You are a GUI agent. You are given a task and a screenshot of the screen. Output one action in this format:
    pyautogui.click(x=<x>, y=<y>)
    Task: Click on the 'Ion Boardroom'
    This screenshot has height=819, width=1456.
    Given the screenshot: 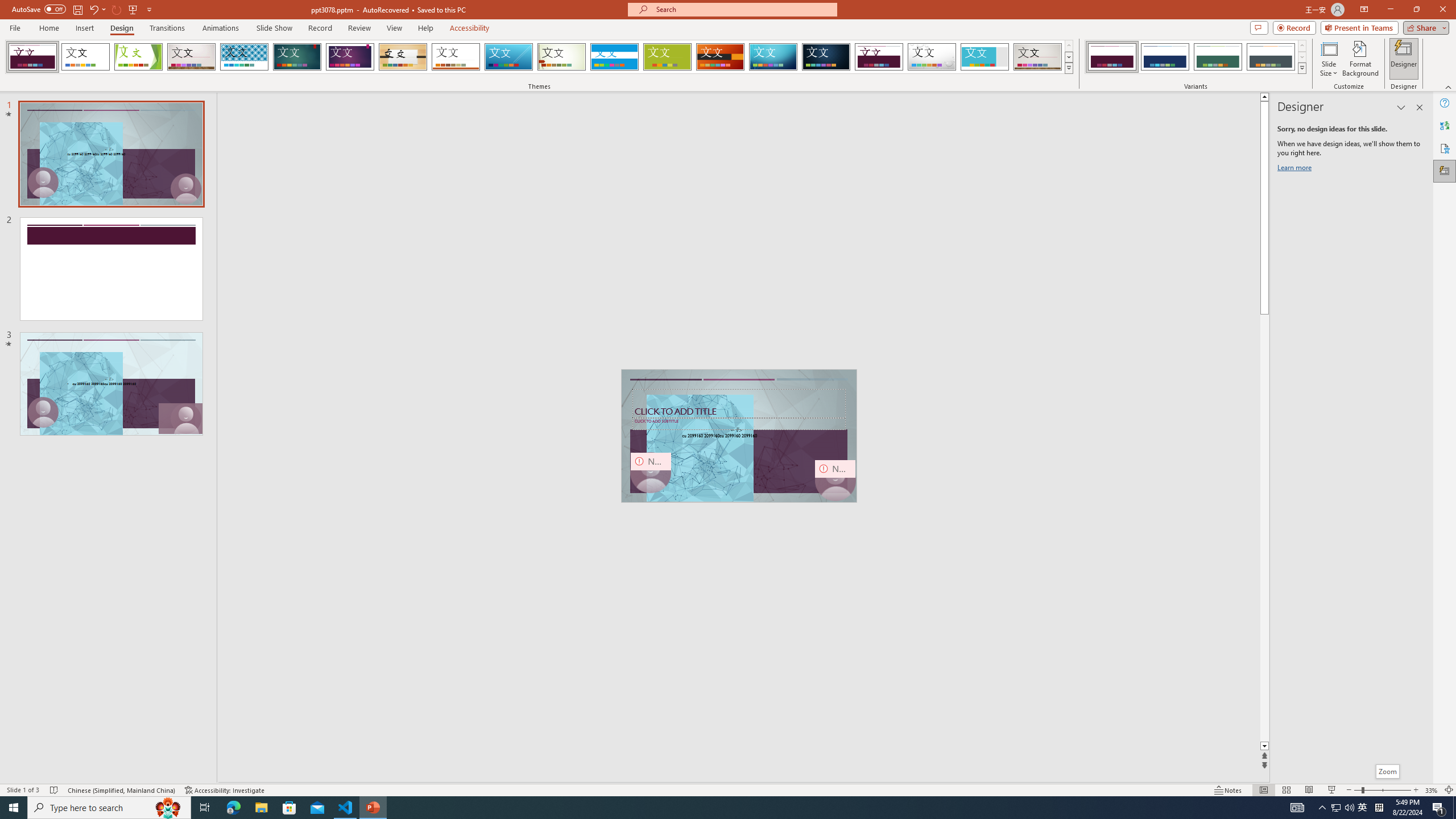 What is the action you would take?
    pyautogui.click(x=350, y=56)
    